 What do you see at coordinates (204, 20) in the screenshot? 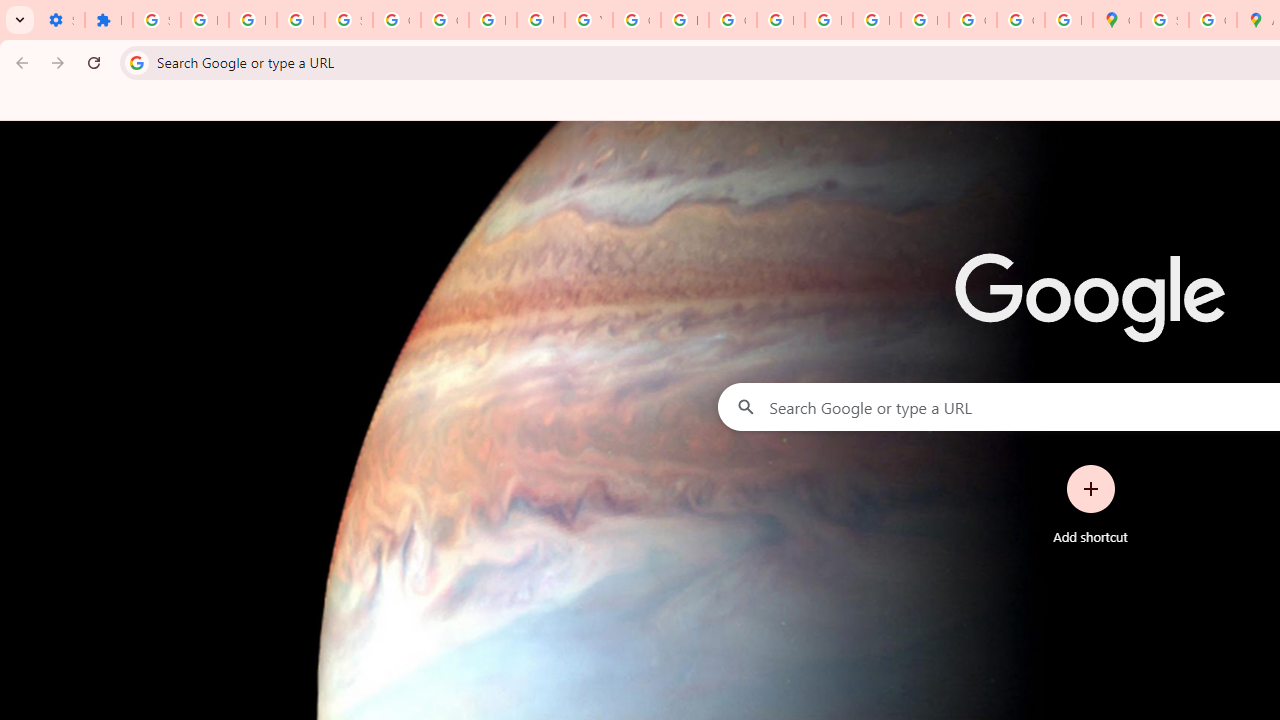
I see `'Delete photos & videos - Computer - Google Photos Help'` at bounding box center [204, 20].